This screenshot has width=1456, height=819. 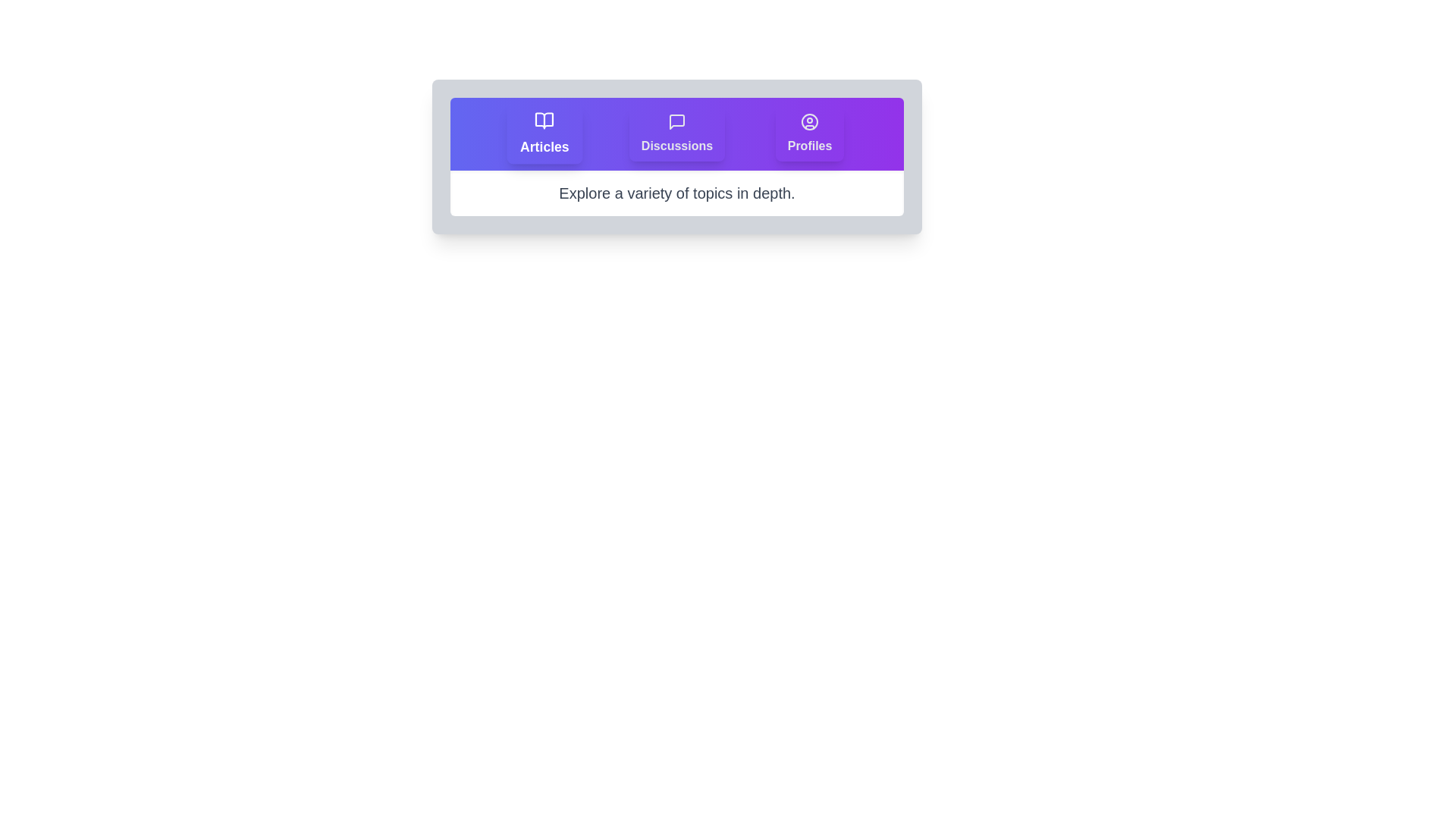 What do you see at coordinates (676, 133) in the screenshot?
I see `the tab labeled Discussions` at bounding box center [676, 133].